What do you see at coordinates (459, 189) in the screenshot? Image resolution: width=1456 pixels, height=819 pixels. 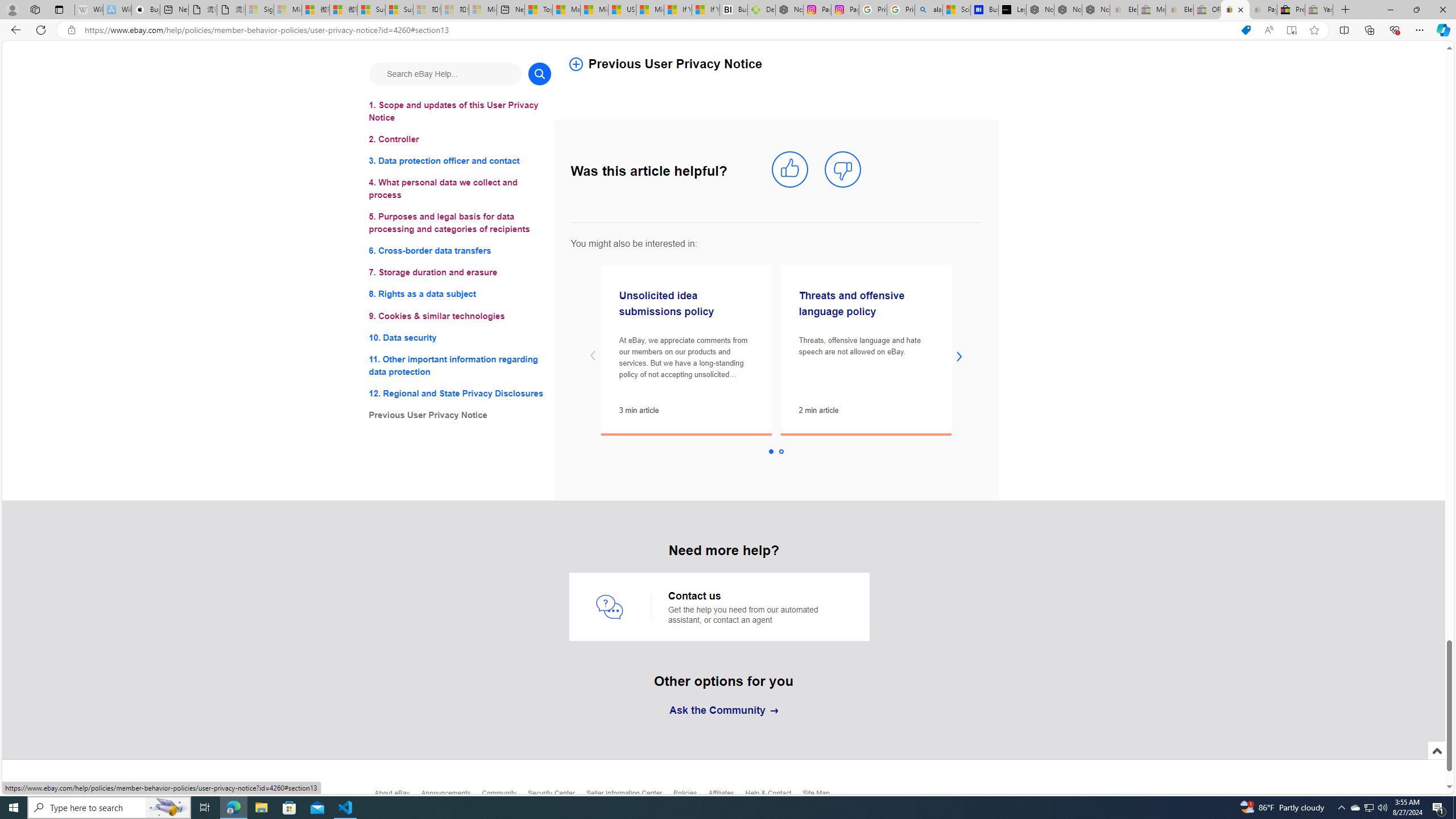 I see `'4. What personal data we collect and process'` at bounding box center [459, 189].